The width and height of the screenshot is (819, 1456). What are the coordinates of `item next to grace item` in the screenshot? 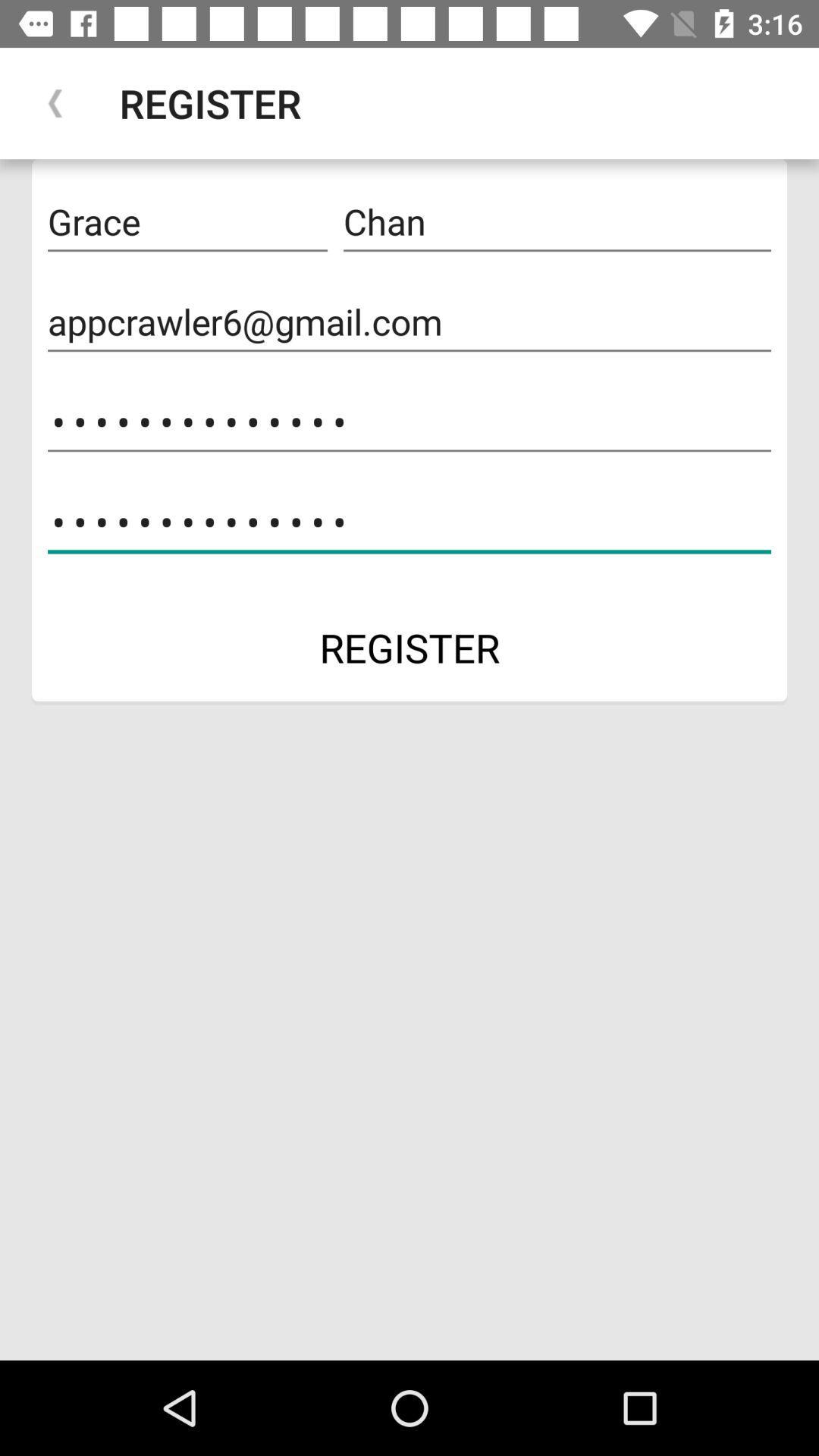 It's located at (557, 221).